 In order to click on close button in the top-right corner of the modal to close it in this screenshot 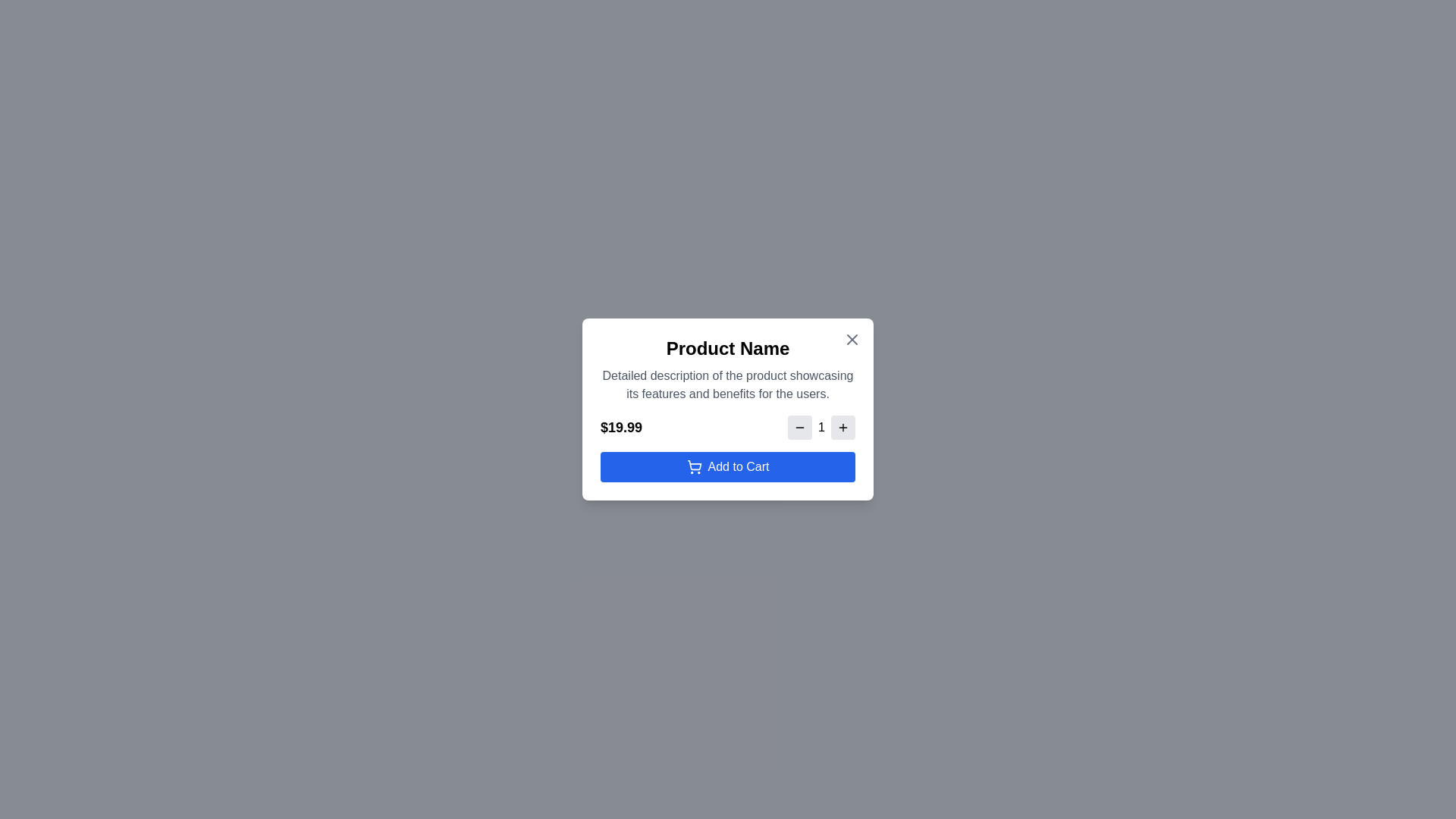, I will do `click(852, 338)`.